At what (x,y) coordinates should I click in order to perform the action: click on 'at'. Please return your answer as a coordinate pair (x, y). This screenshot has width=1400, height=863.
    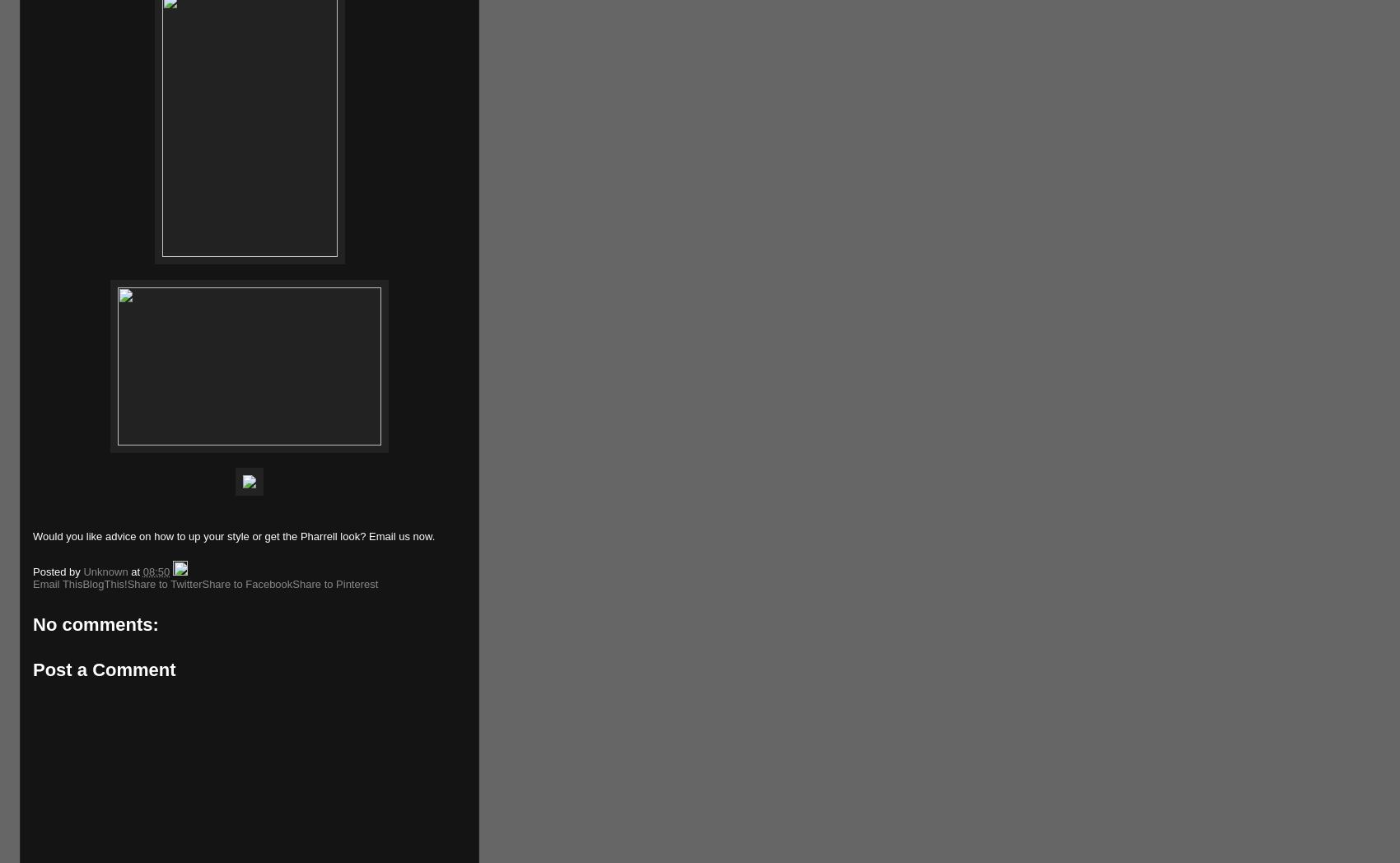
    Looking at the image, I should click on (135, 571).